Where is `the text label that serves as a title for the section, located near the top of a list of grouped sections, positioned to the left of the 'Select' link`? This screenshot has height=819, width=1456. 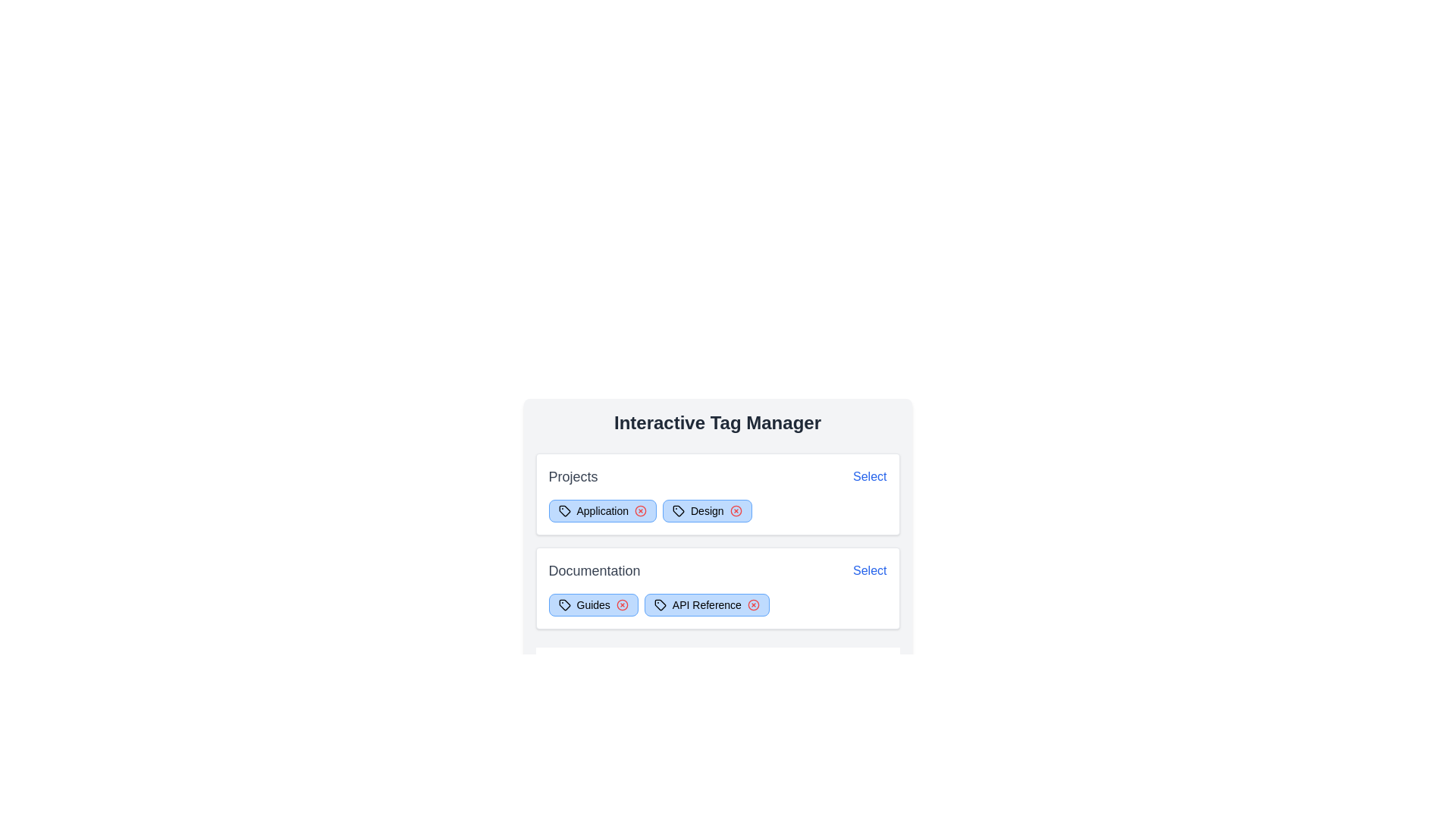 the text label that serves as a title for the section, located near the top of a list of grouped sections, positioned to the left of the 'Select' link is located at coordinates (573, 475).